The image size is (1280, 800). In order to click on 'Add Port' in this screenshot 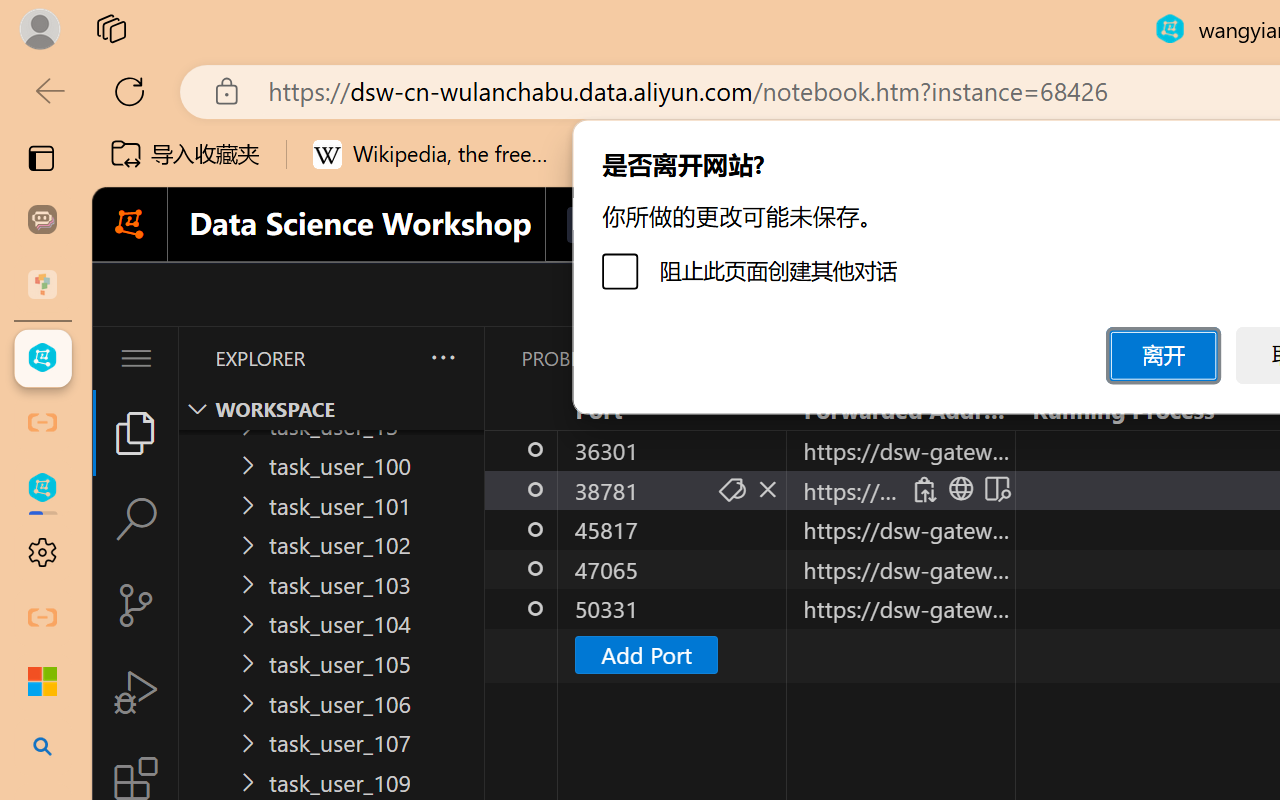, I will do `click(645, 653)`.